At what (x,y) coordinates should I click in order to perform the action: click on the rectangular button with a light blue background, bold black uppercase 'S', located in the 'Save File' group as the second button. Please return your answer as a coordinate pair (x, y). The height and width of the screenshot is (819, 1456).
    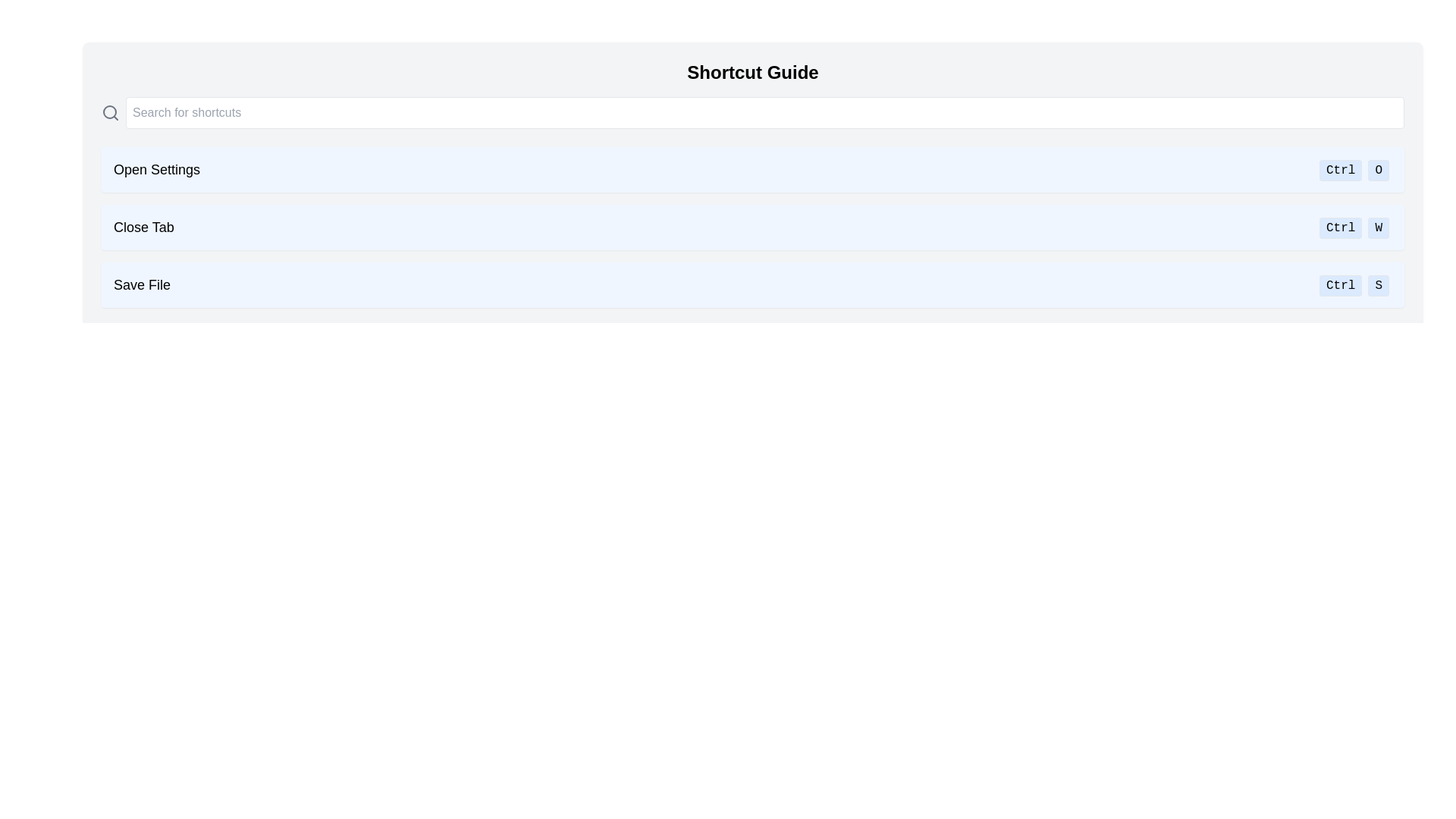
    Looking at the image, I should click on (1379, 285).